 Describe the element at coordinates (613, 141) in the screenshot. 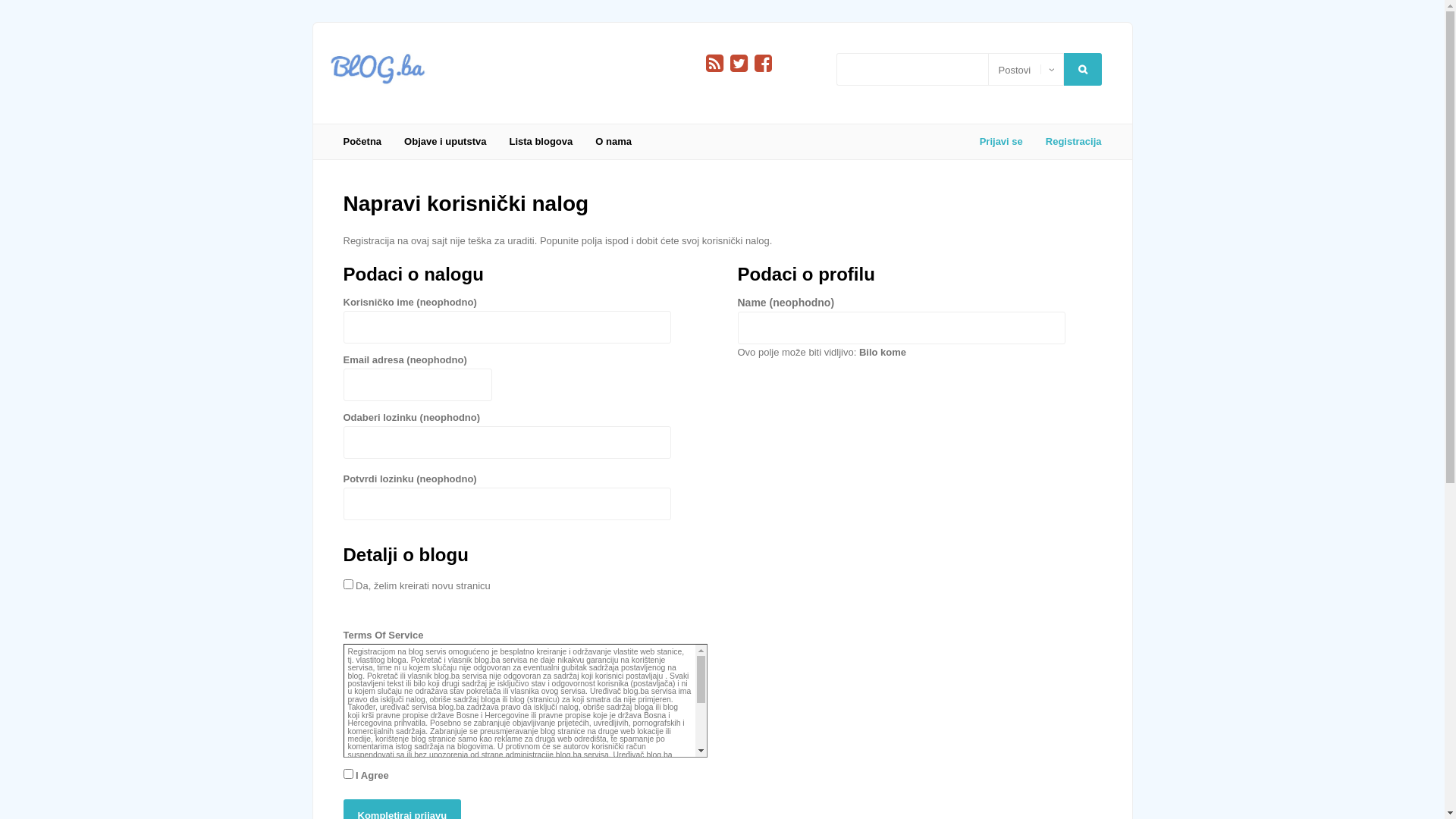

I see `'O nama'` at that location.